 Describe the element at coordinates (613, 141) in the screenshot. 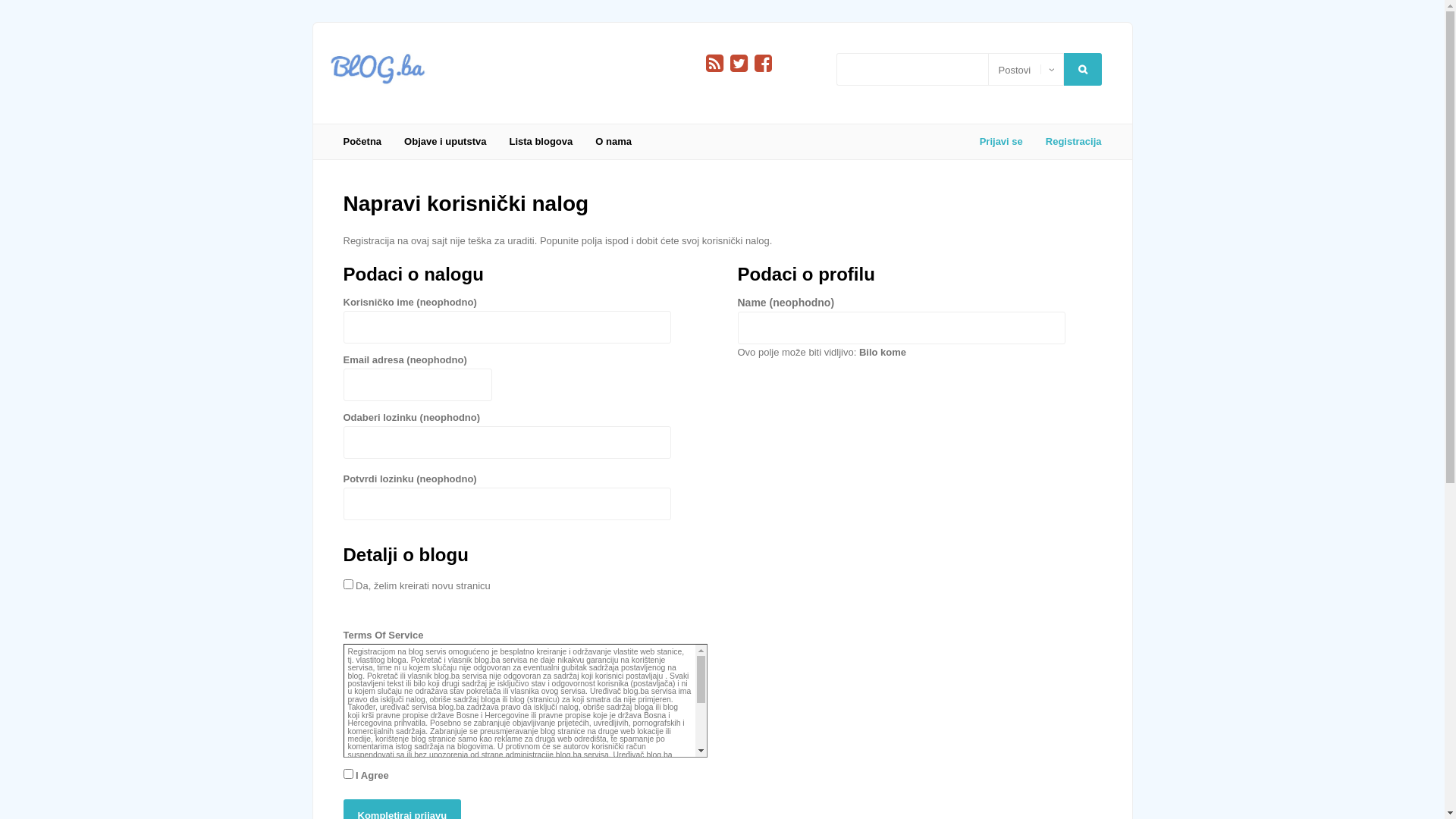

I see `'O nama'` at that location.